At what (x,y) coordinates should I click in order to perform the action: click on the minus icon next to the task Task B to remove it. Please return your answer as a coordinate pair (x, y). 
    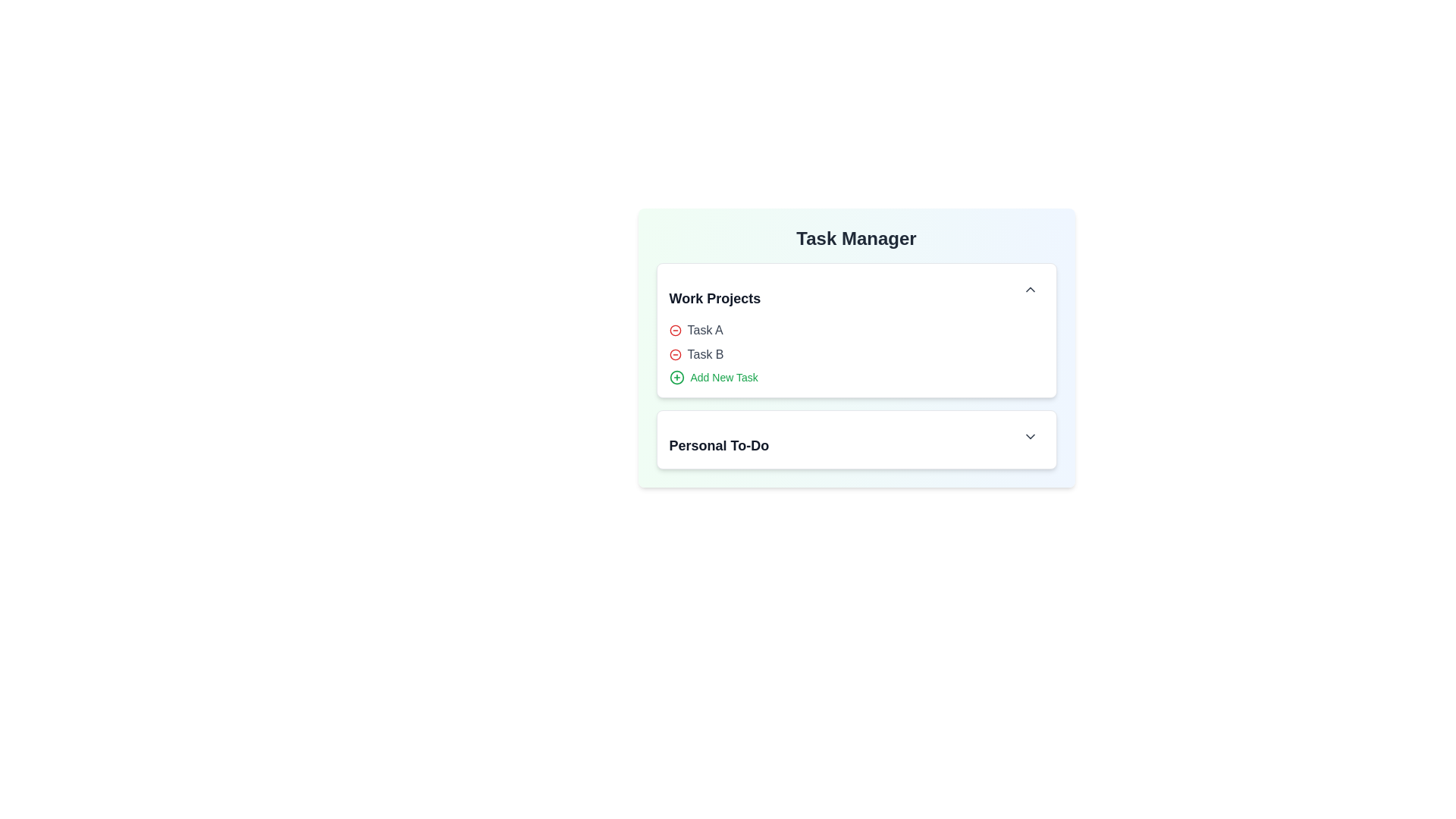
    Looking at the image, I should click on (674, 354).